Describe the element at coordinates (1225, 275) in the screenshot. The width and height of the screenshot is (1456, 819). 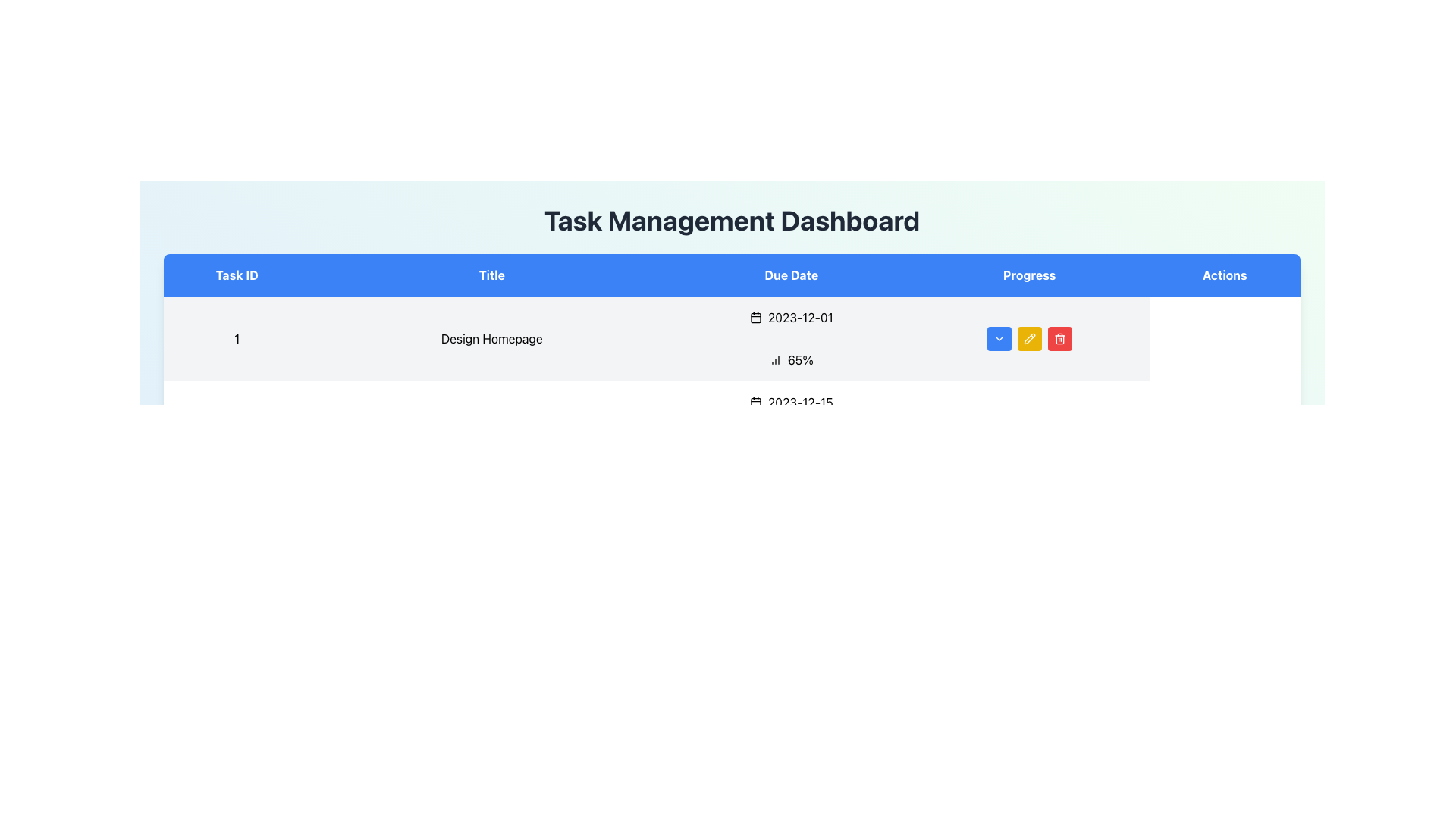
I see `the 'Actions' text label, which is a rectangular area displaying the text in white on a blue background, located in the top-right section of the grid as the fifth column in the header row` at that location.